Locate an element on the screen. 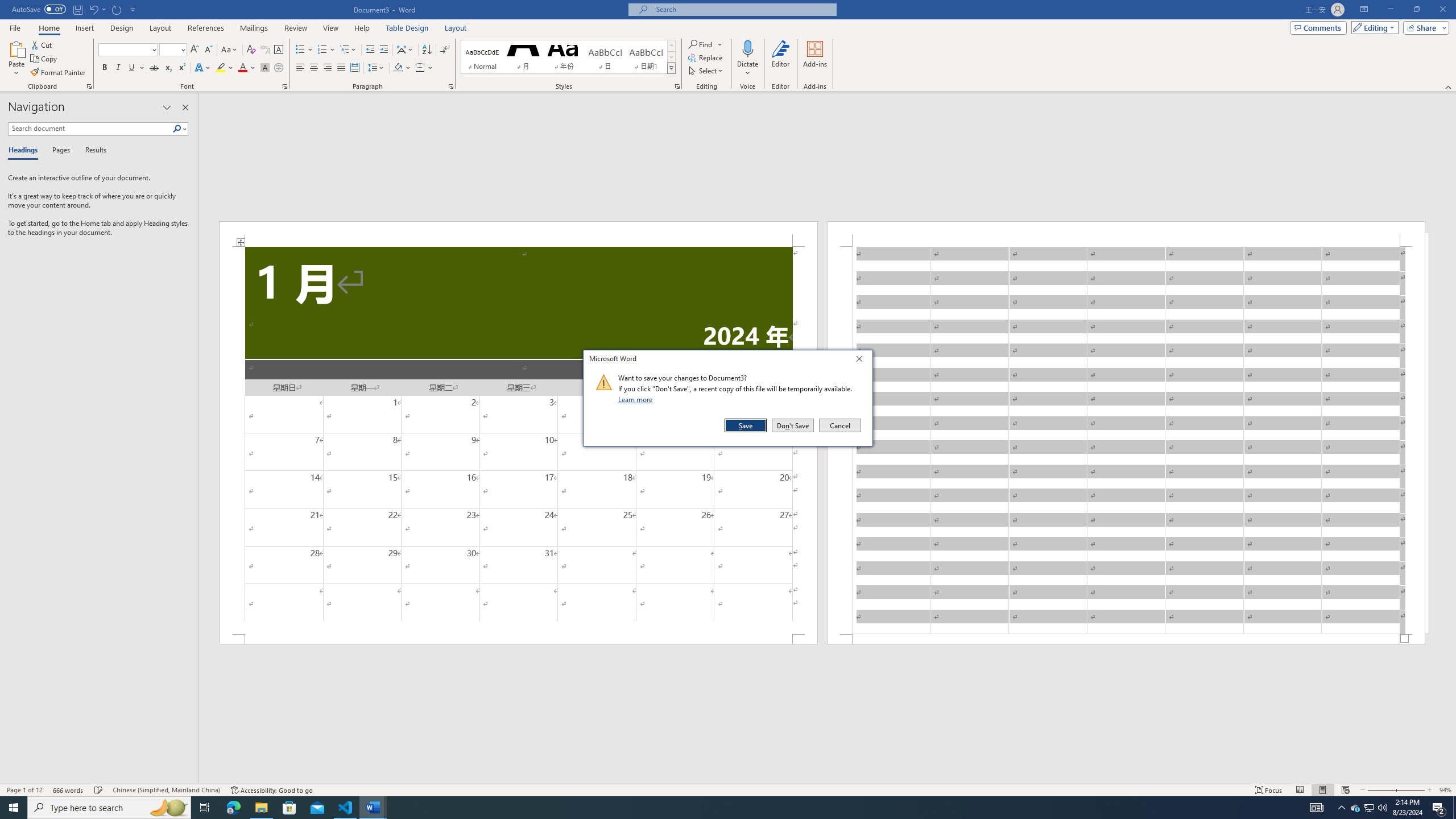 The height and width of the screenshot is (819, 1456). 'Change Case' is located at coordinates (229, 49).